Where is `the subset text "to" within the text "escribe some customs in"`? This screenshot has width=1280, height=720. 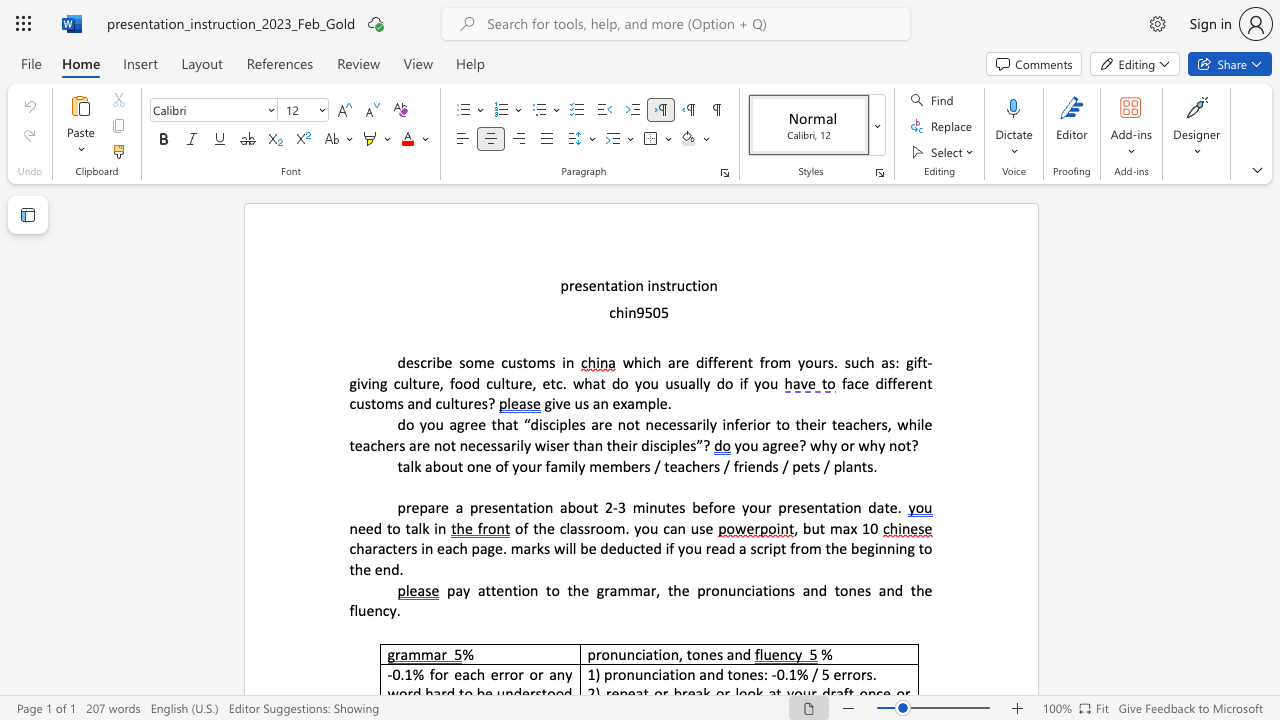 the subset text "to" within the text "escribe some customs in" is located at coordinates (522, 362).